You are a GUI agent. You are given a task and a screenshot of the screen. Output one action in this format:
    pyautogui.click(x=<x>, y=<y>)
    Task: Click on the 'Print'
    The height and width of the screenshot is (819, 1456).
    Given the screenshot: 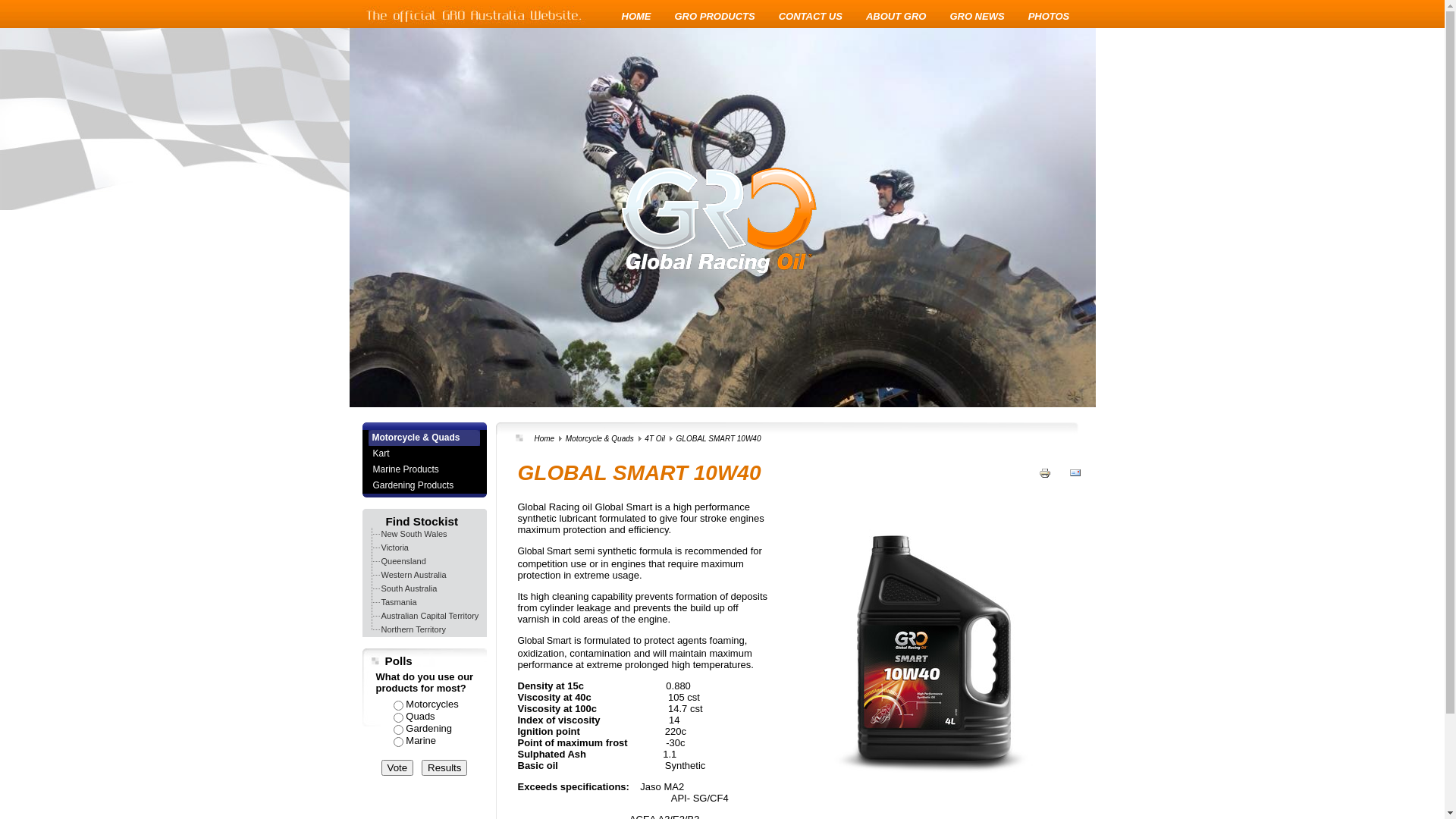 What is the action you would take?
    pyautogui.click(x=1043, y=483)
    